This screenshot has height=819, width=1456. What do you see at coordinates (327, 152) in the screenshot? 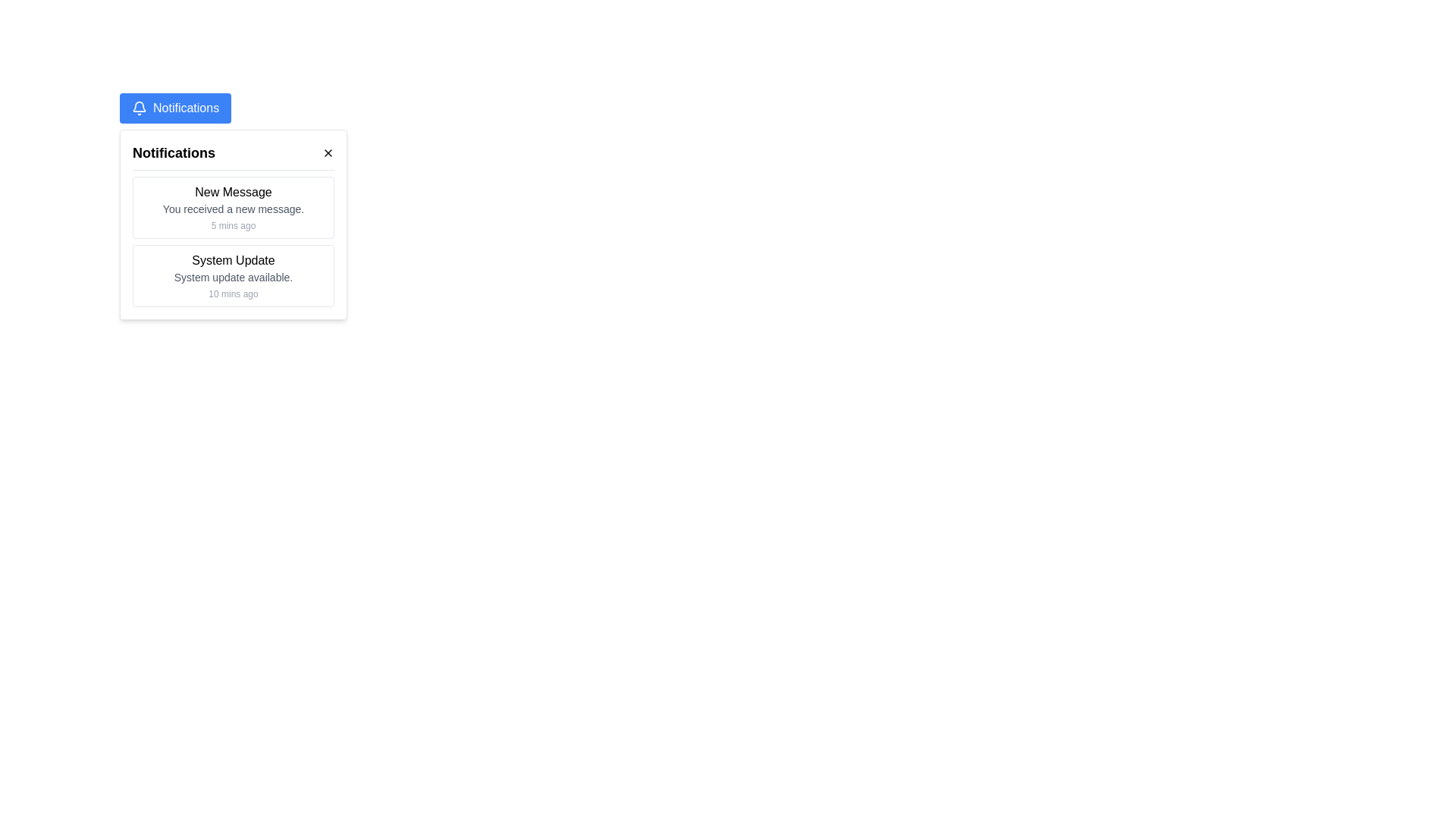
I see `the Close button located on the right side of the Notifications header section to potentially reveal a tooltip or visual highlight` at bounding box center [327, 152].